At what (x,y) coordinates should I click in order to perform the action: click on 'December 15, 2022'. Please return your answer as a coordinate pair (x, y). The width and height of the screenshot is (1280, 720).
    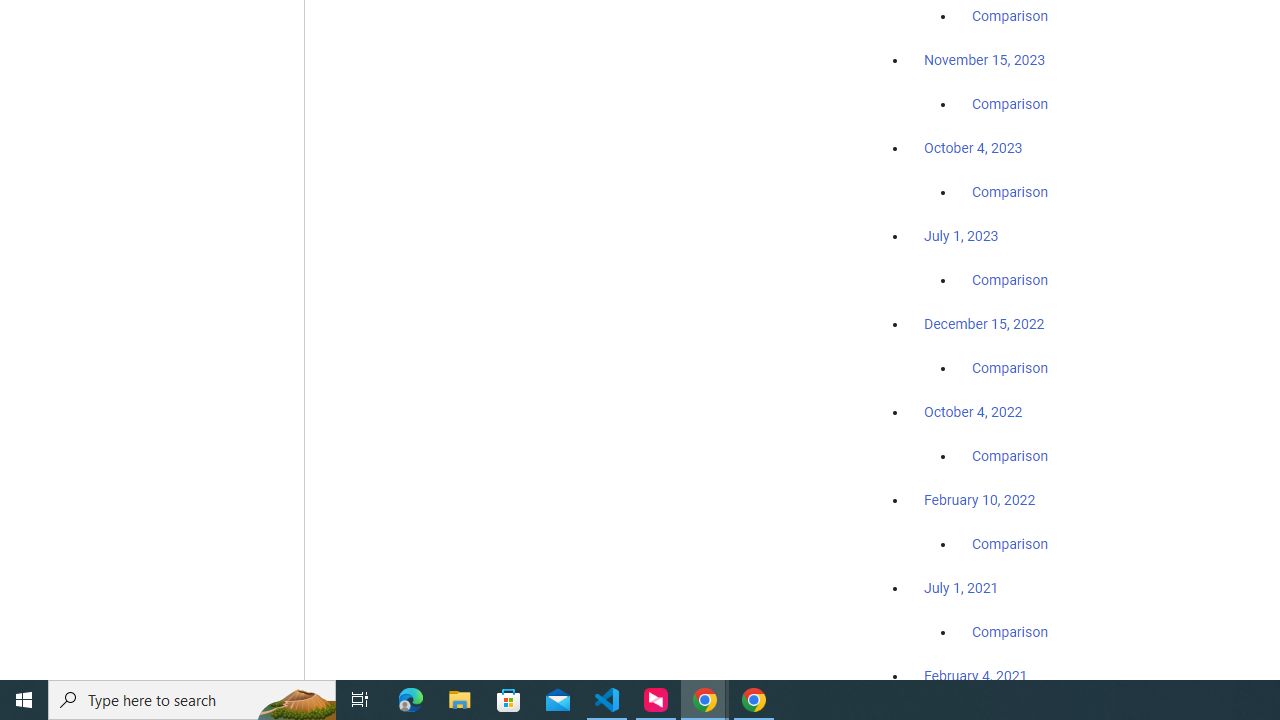
    Looking at the image, I should click on (984, 323).